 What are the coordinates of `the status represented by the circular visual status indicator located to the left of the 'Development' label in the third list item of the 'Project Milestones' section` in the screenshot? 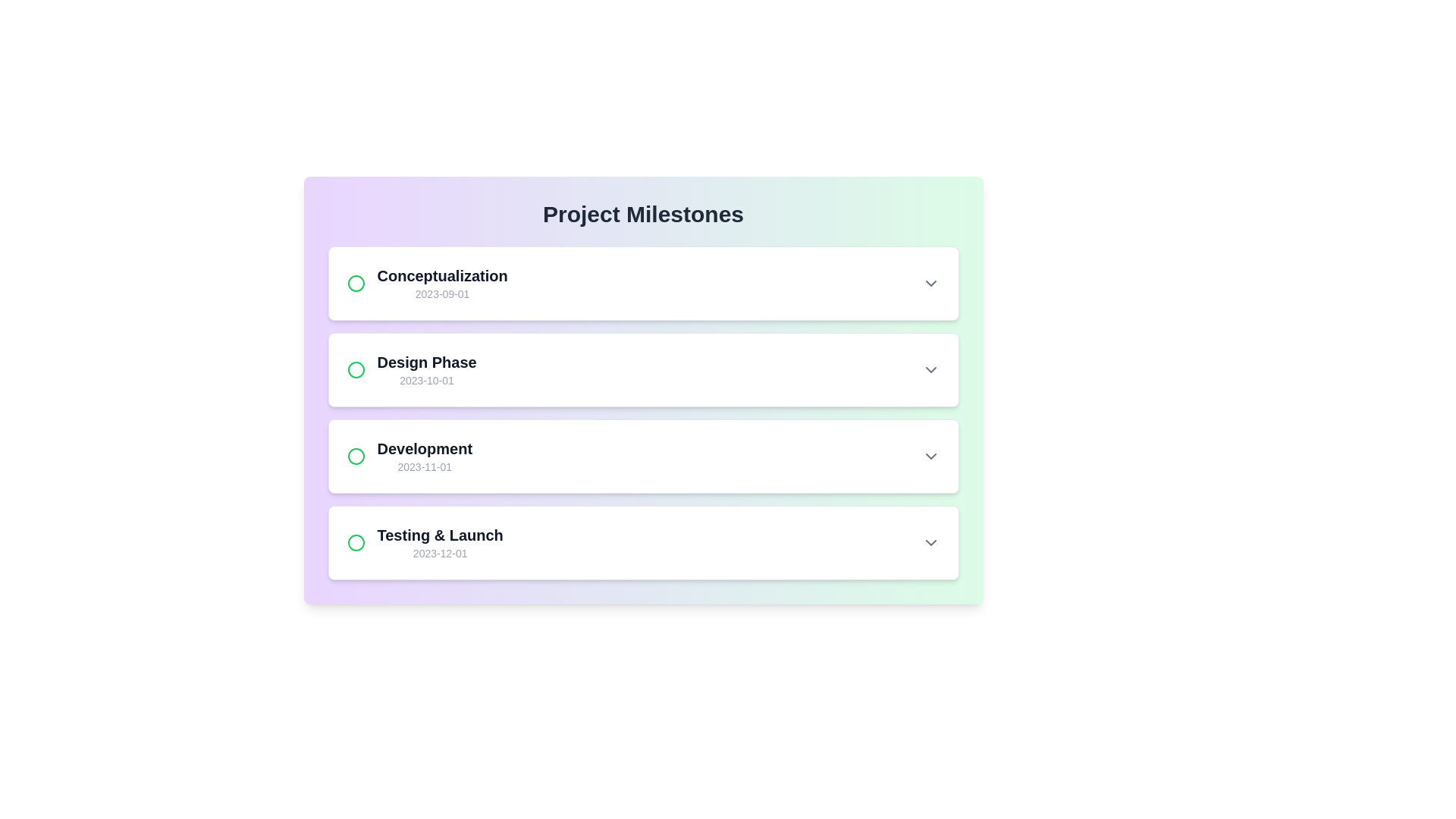 It's located at (355, 455).